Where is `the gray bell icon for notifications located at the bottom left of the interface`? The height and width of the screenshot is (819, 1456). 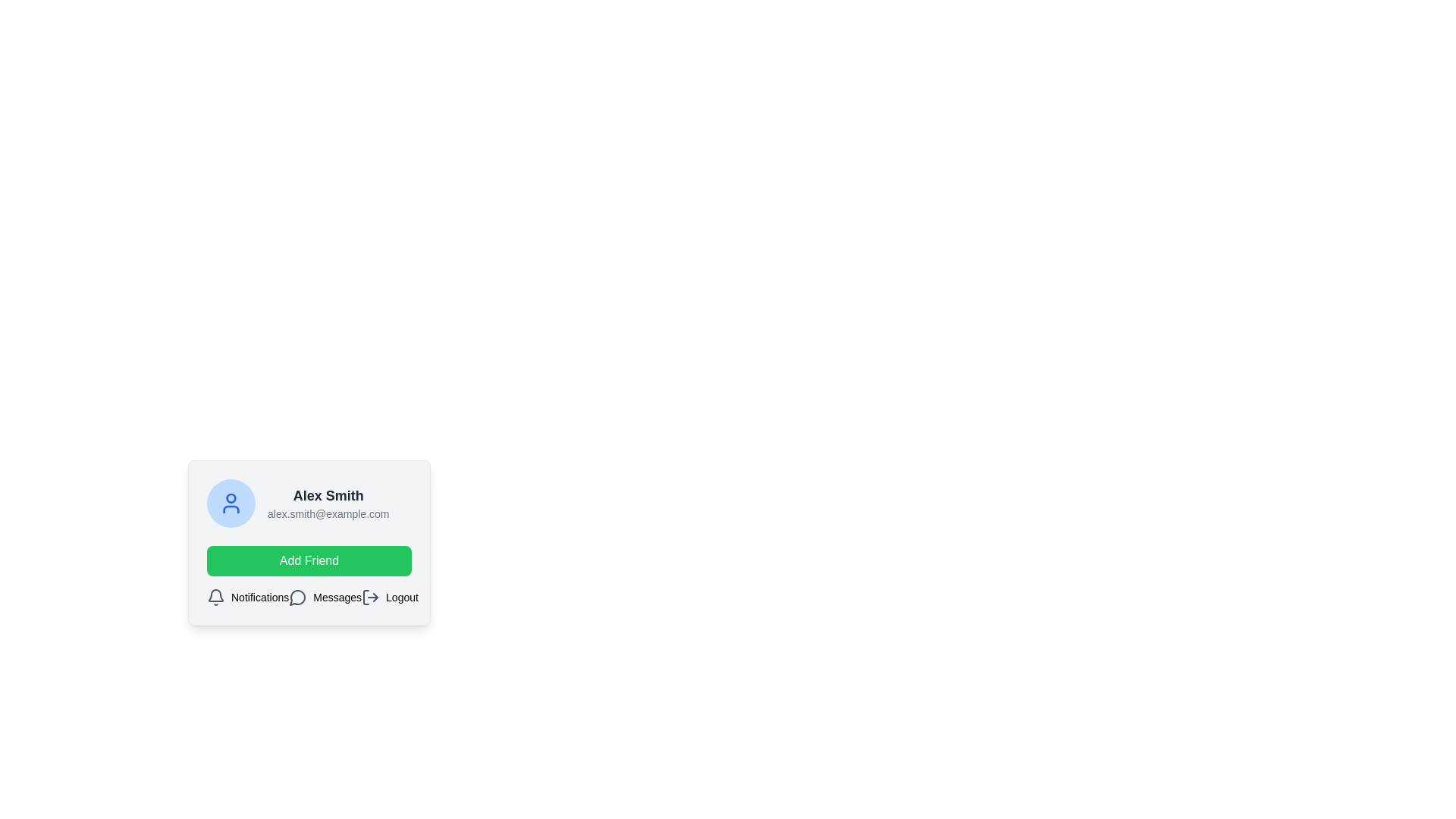 the gray bell icon for notifications located at the bottom left of the interface is located at coordinates (215, 596).